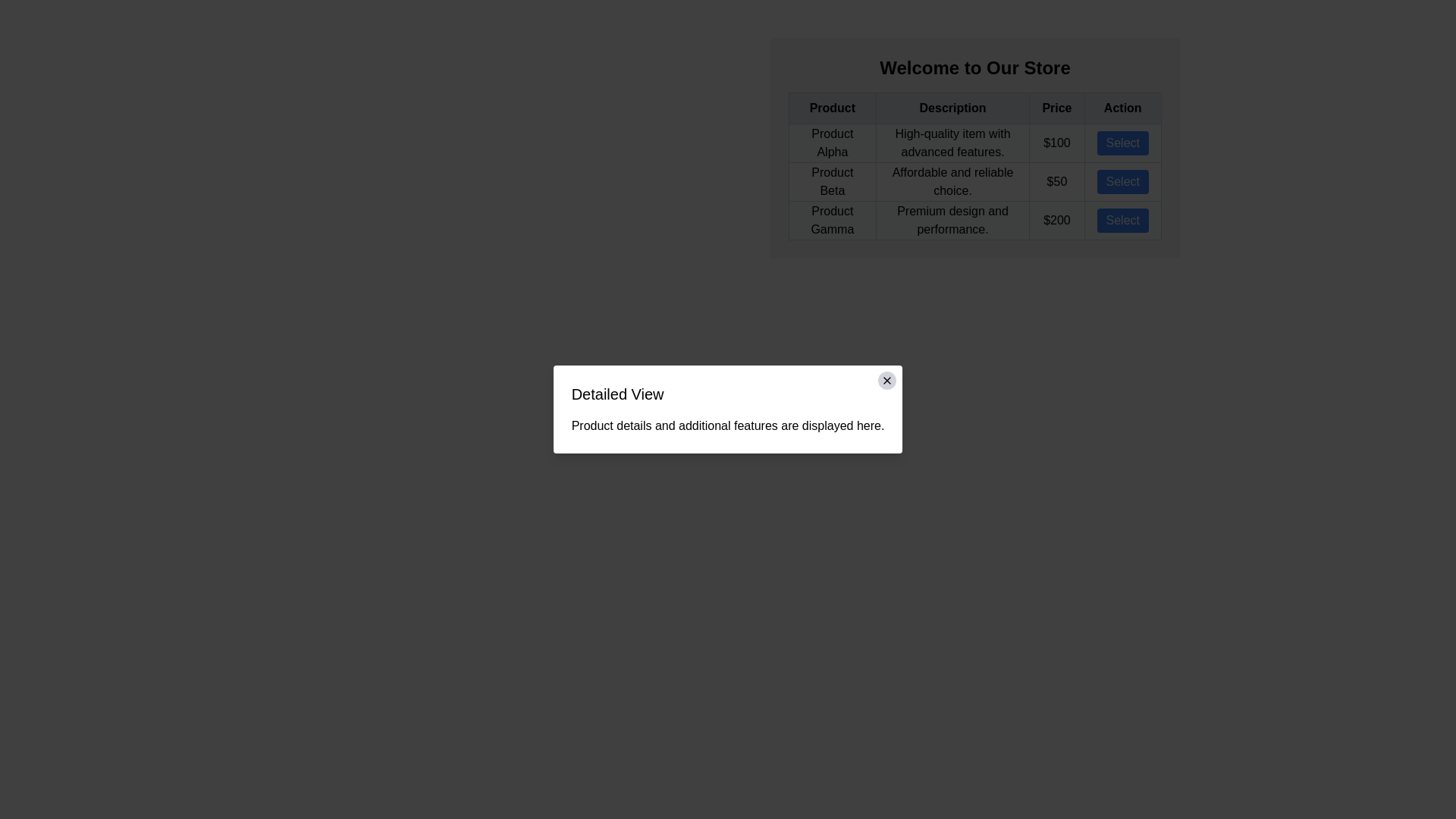  Describe the element at coordinates (831, 143) in the screenshot. I see `the text label element displaying 'Product Alpha', which is the first cell in the row under the column titled 'Product'` at that location.